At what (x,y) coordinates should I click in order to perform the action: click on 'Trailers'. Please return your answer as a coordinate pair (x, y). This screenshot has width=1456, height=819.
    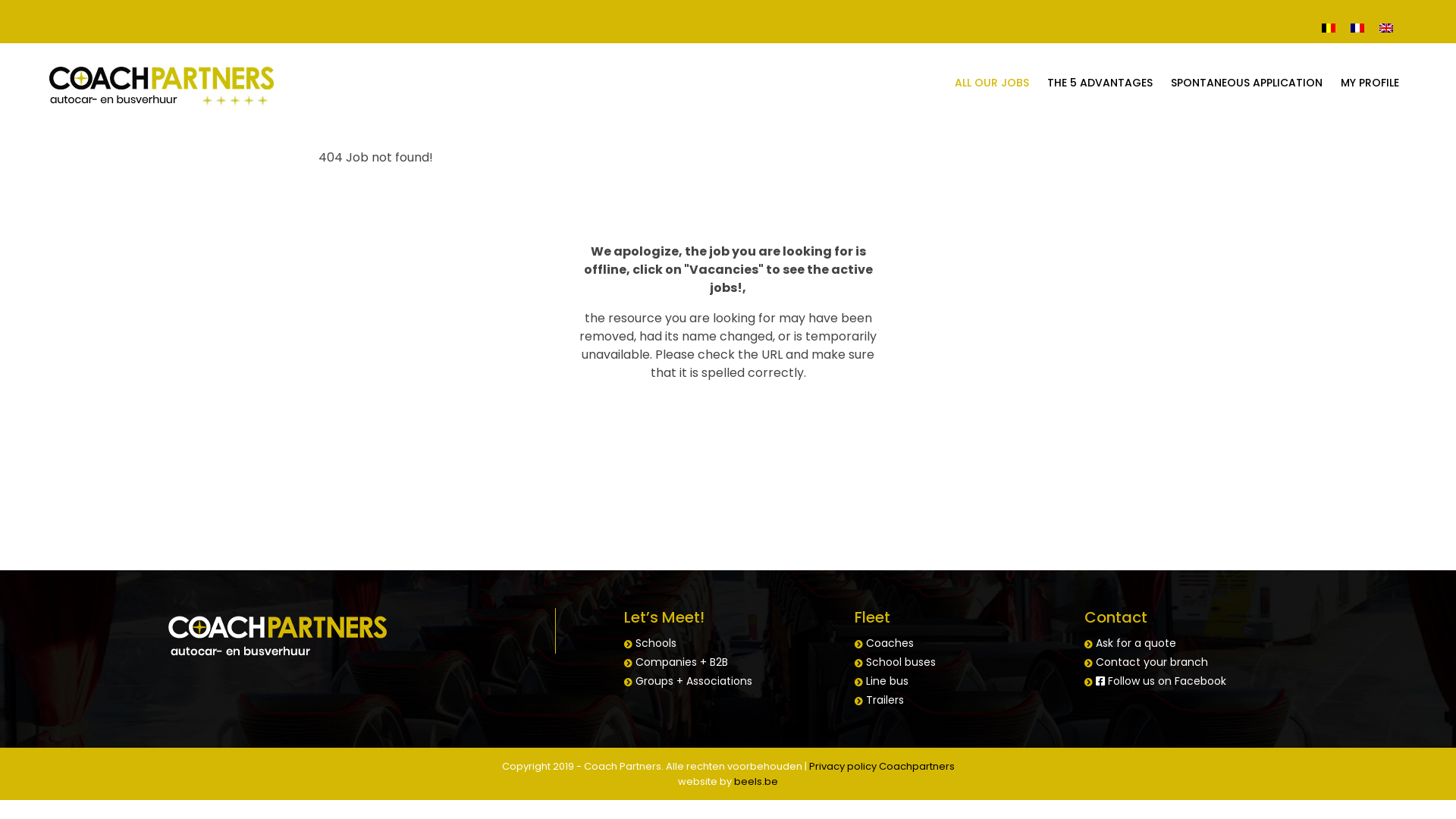
    Looking at the image, I should click on (866, 699).